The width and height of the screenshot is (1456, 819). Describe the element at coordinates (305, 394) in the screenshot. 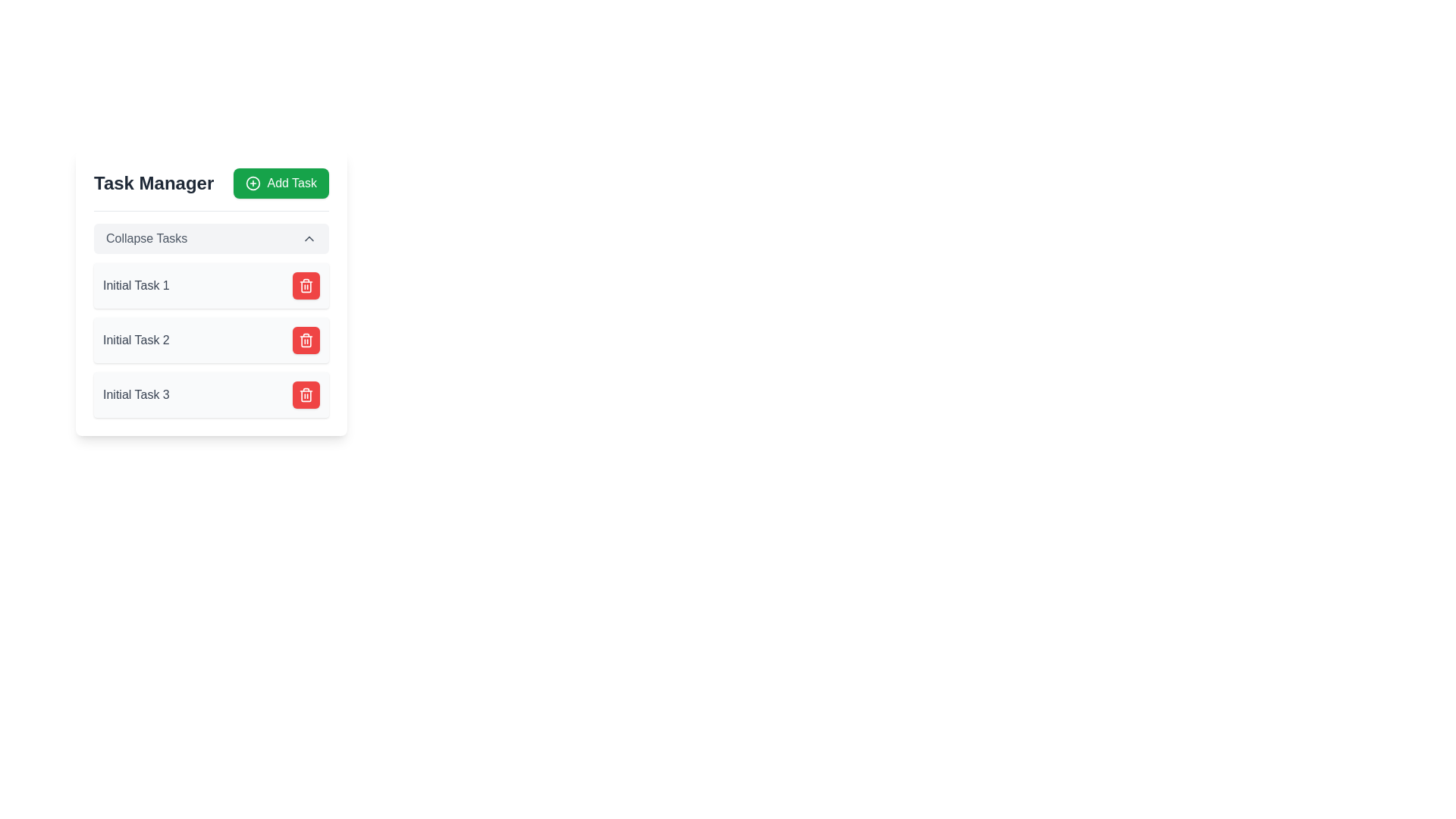

I see `the red delete button with a trash can icon located on the right side of the 'Initial Task 3' item` at that location.